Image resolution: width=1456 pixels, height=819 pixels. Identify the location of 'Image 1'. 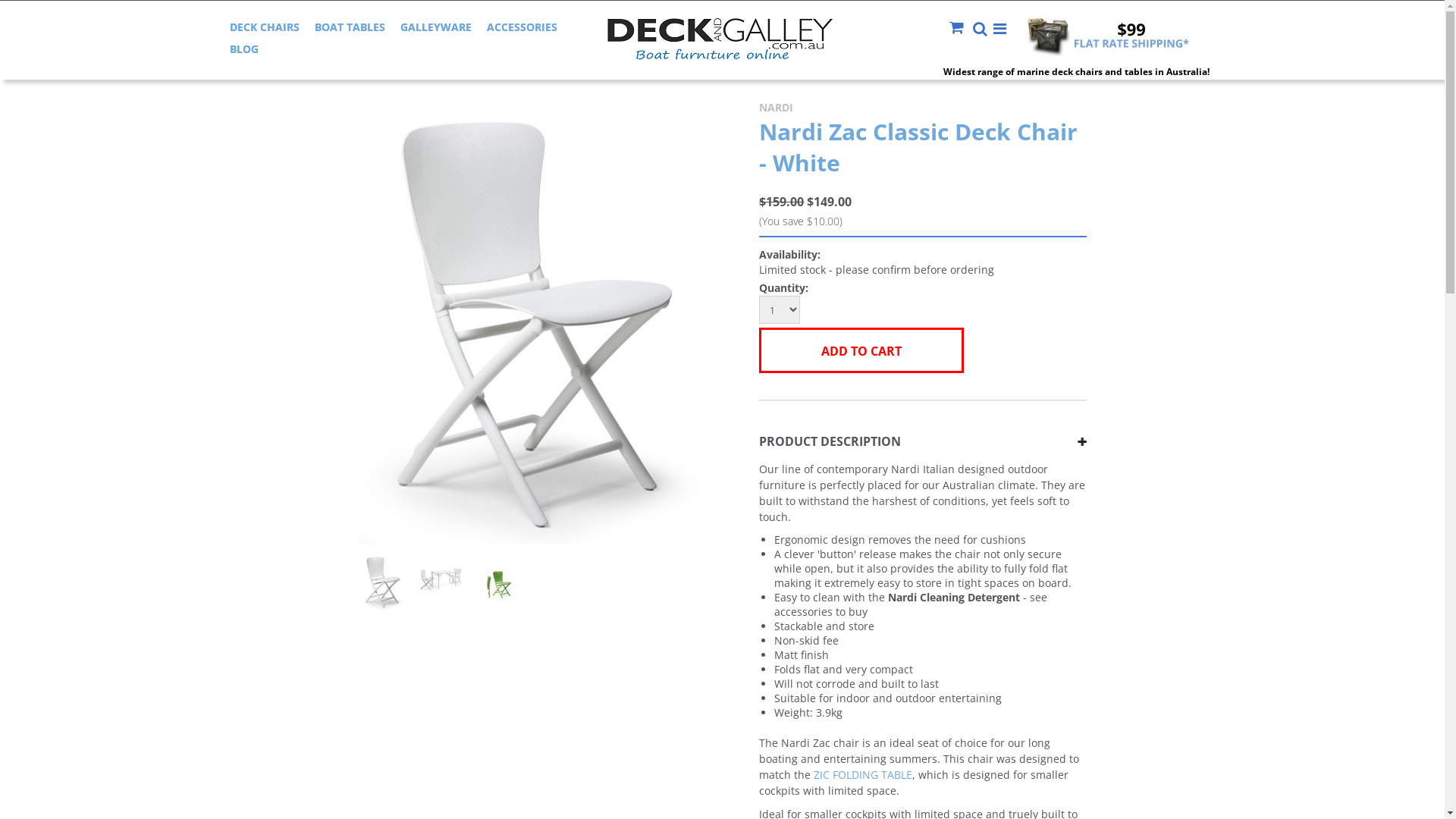
(539, 321).